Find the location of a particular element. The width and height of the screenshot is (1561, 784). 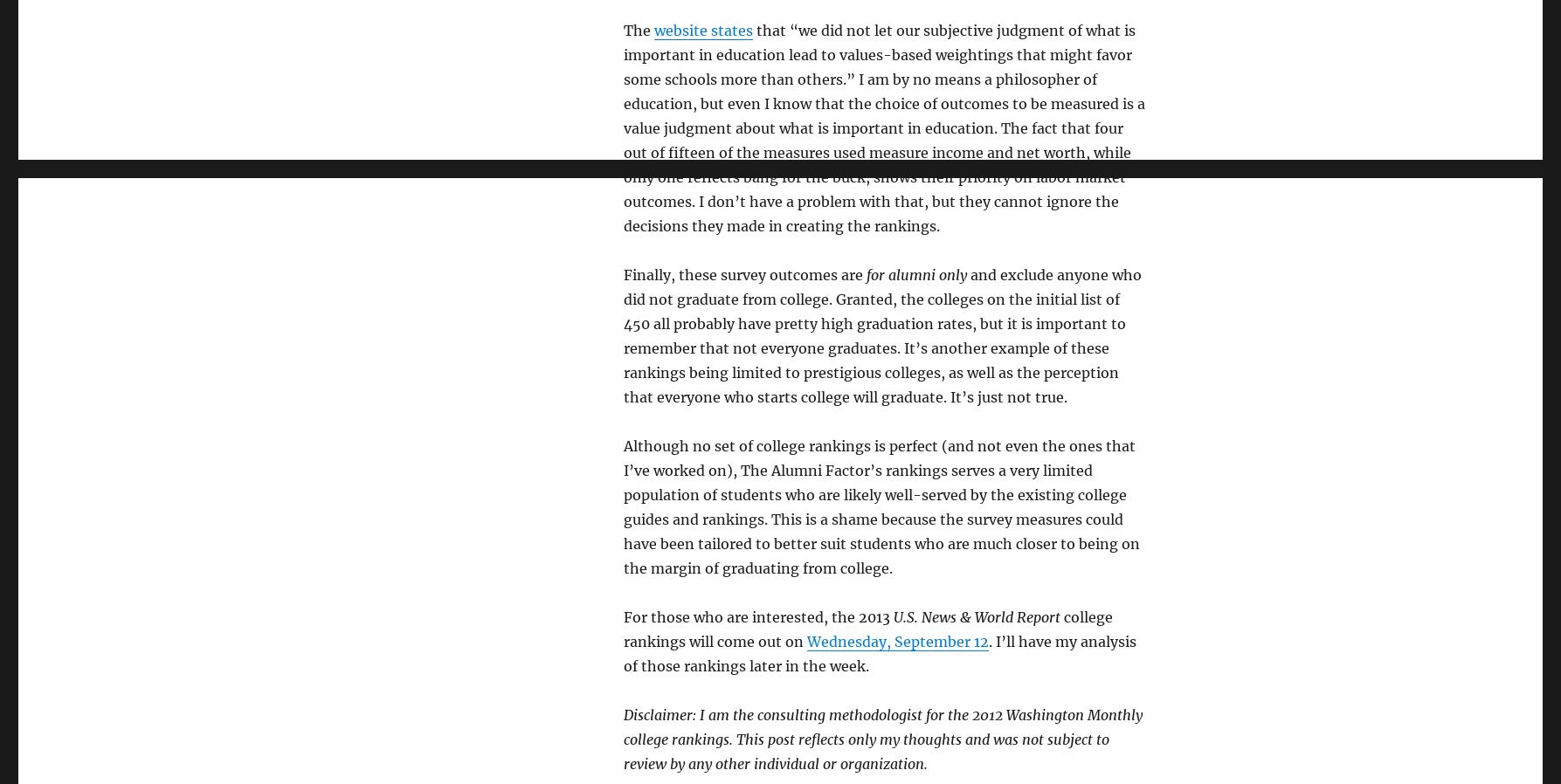

'U.S. News & World Report' is located at coordinates (976, 616).